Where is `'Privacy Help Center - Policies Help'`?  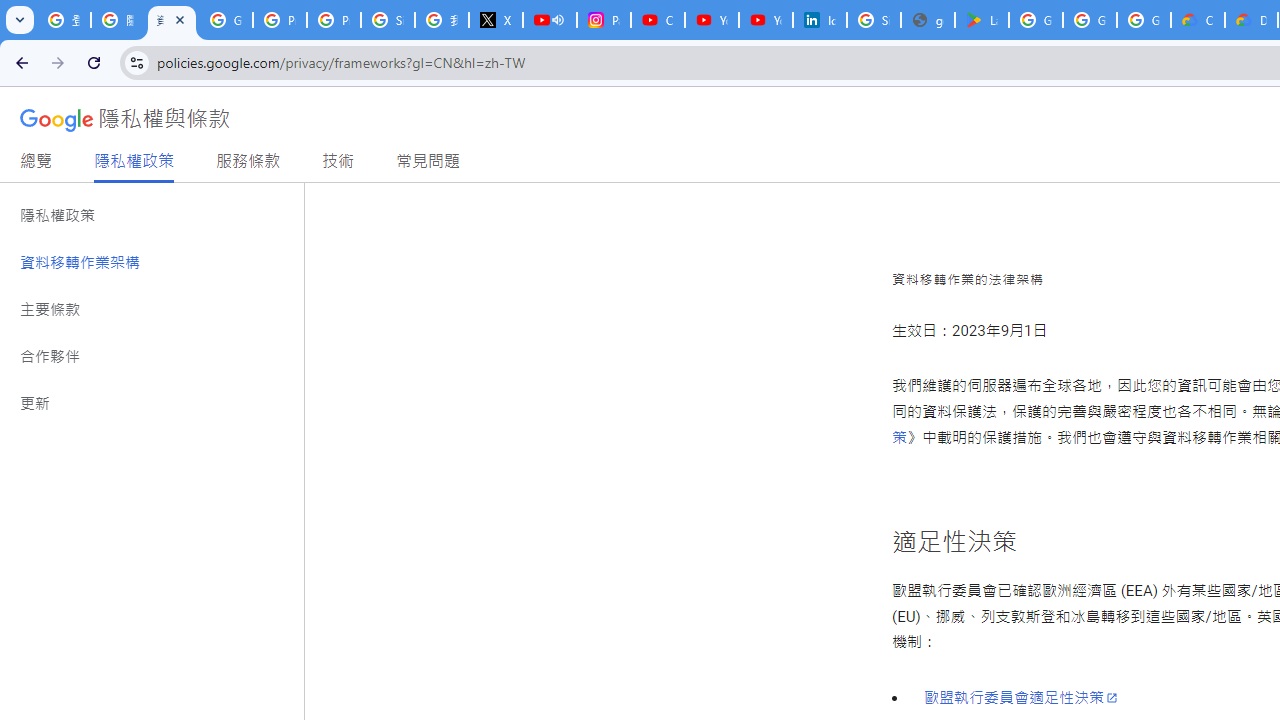
'Privacy Help Center - Policies Help' is located at coordinates (279, 20).